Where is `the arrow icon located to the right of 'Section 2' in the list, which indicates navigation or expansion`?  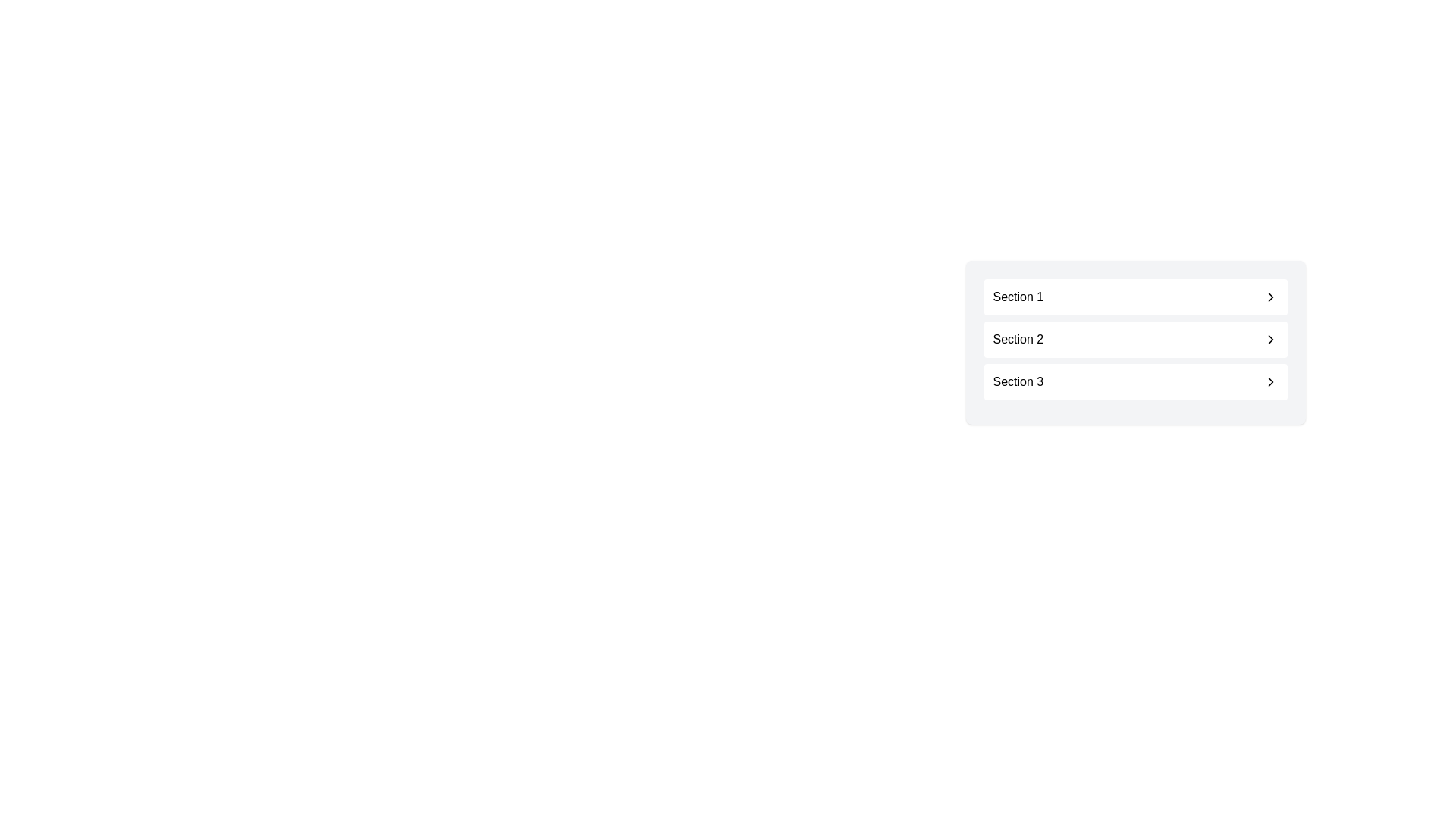
the arrow icon located to the right of 'Section 2' in the list, which indicates navigation or expansion is located at coordinates (1270, 338).